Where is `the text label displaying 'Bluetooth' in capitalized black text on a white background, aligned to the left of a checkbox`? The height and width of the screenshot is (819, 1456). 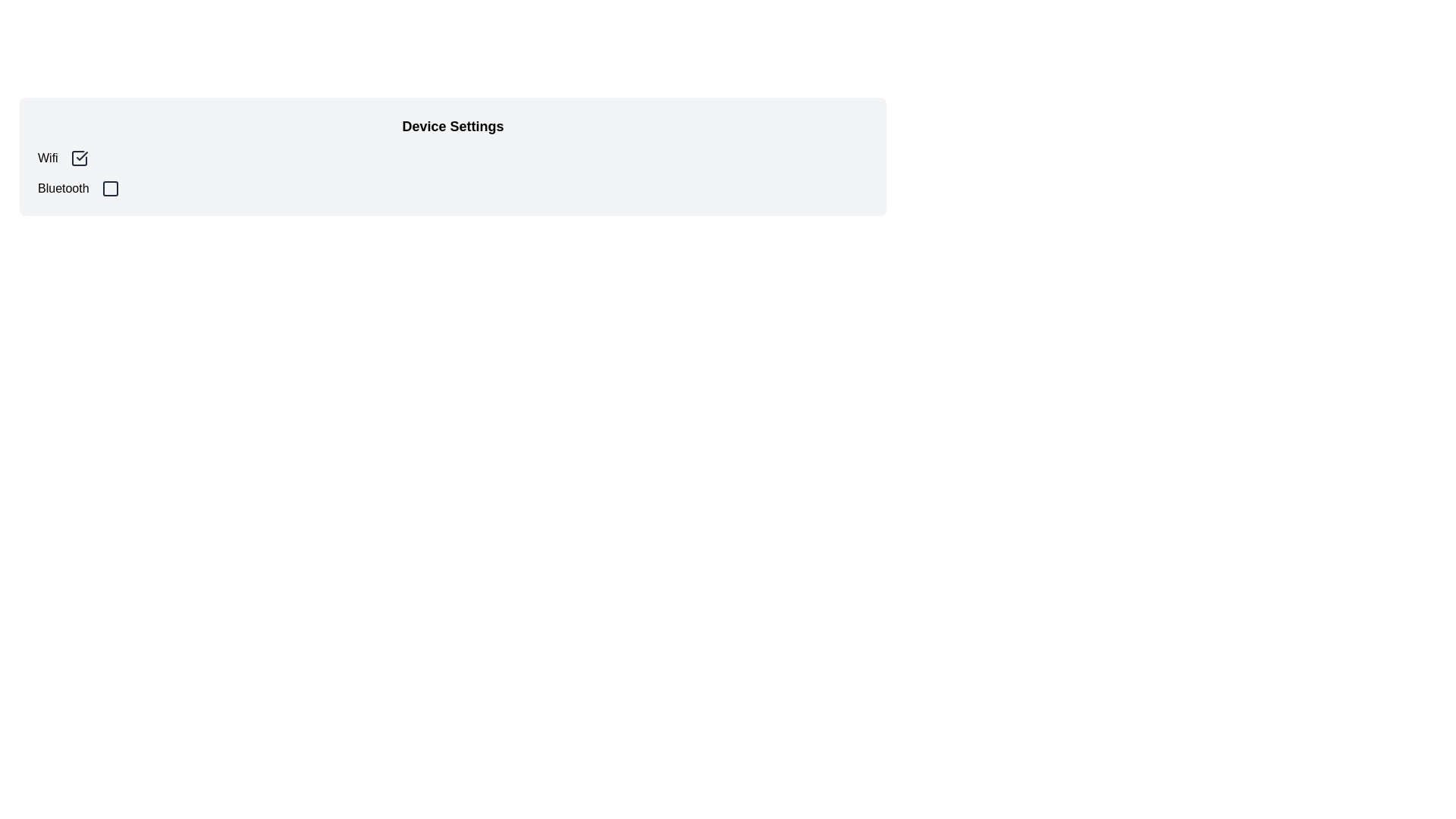
the text label displaying 'Bluetooth' in capitalized black text on a white background, aligned to the left of a checkbox is located at coordinates (62, 188).